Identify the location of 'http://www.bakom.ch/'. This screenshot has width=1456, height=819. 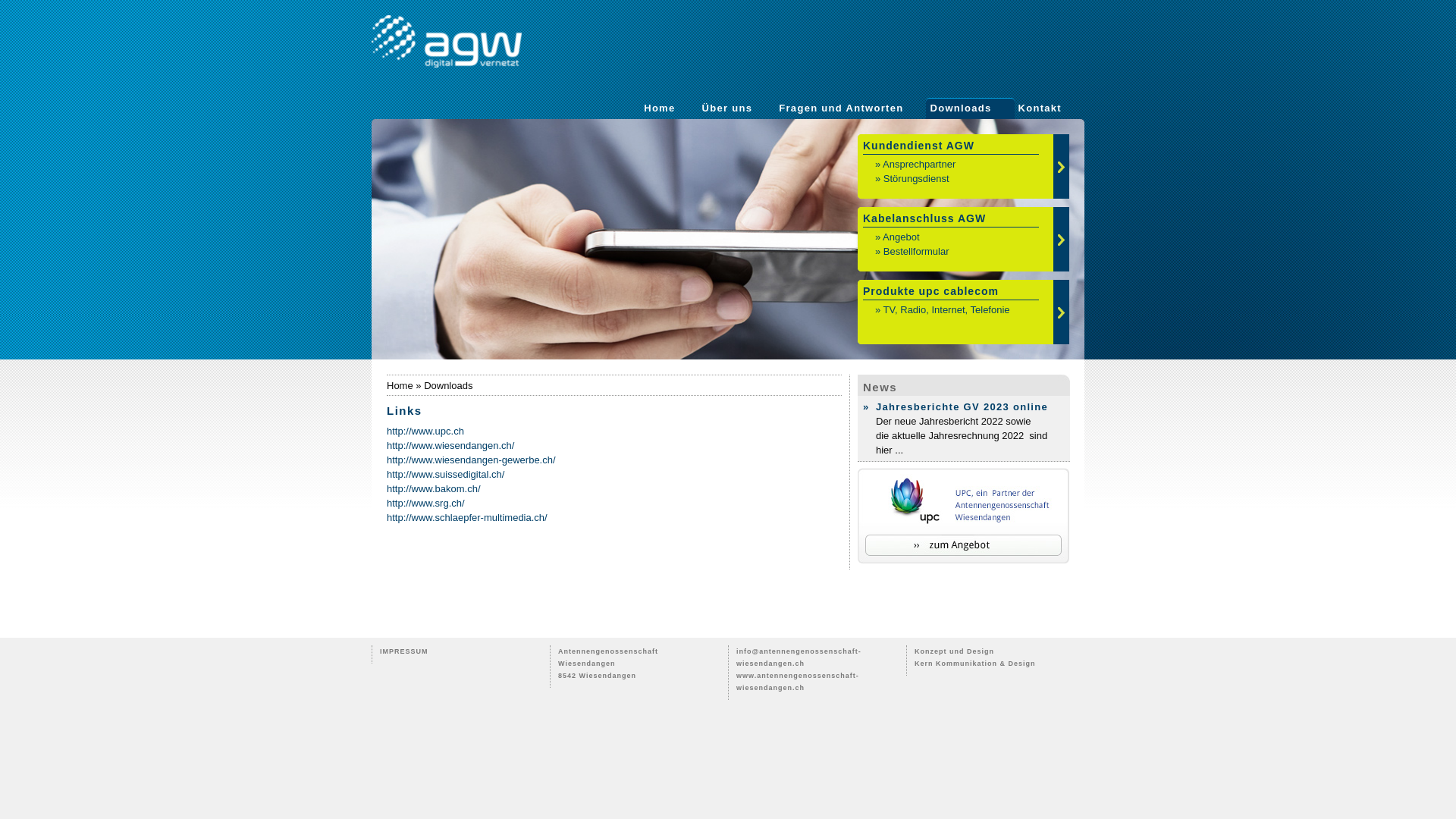
(432, 488).